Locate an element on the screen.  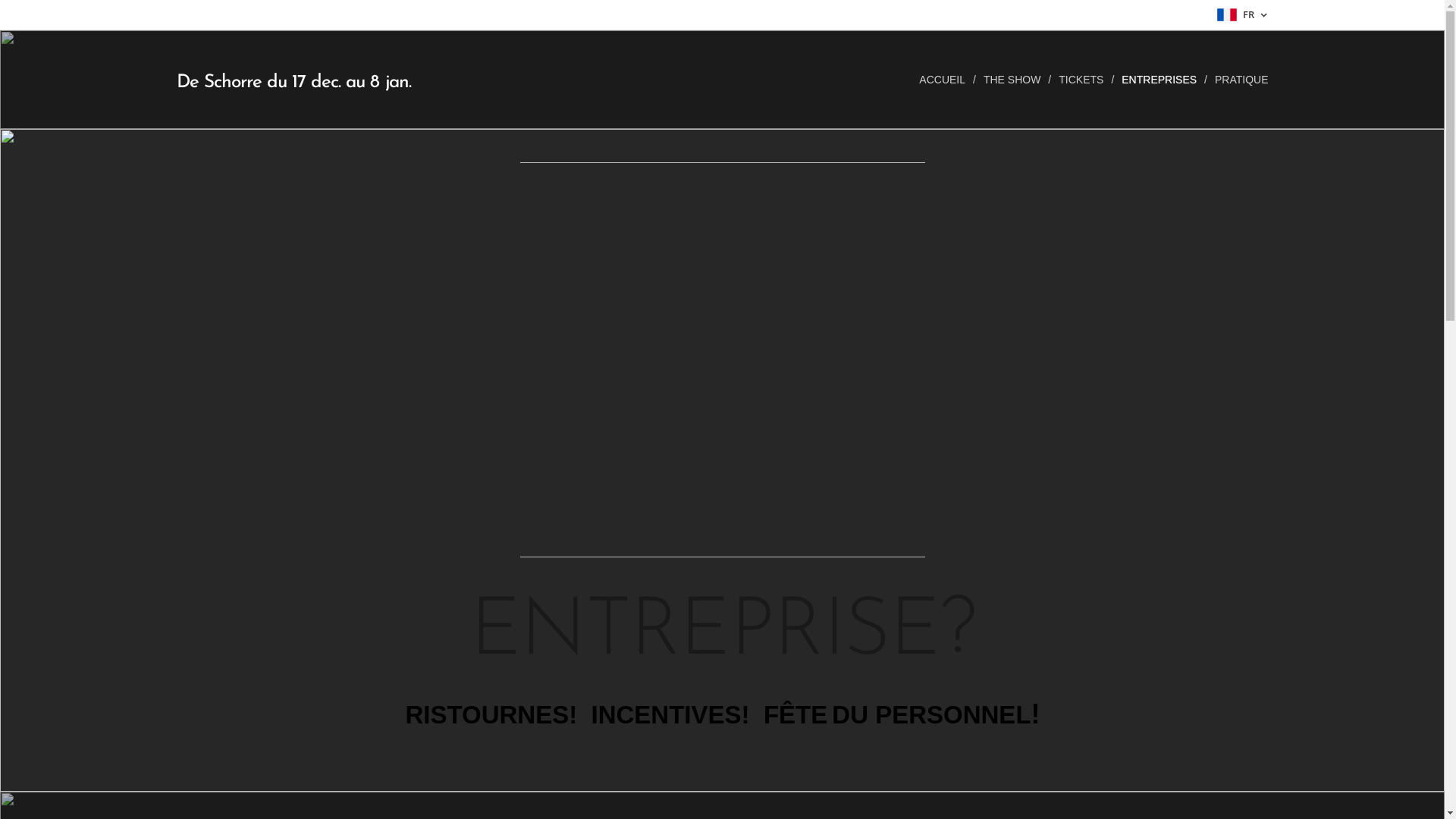
'ACCUEIL' is located at coordinates (945, 79).